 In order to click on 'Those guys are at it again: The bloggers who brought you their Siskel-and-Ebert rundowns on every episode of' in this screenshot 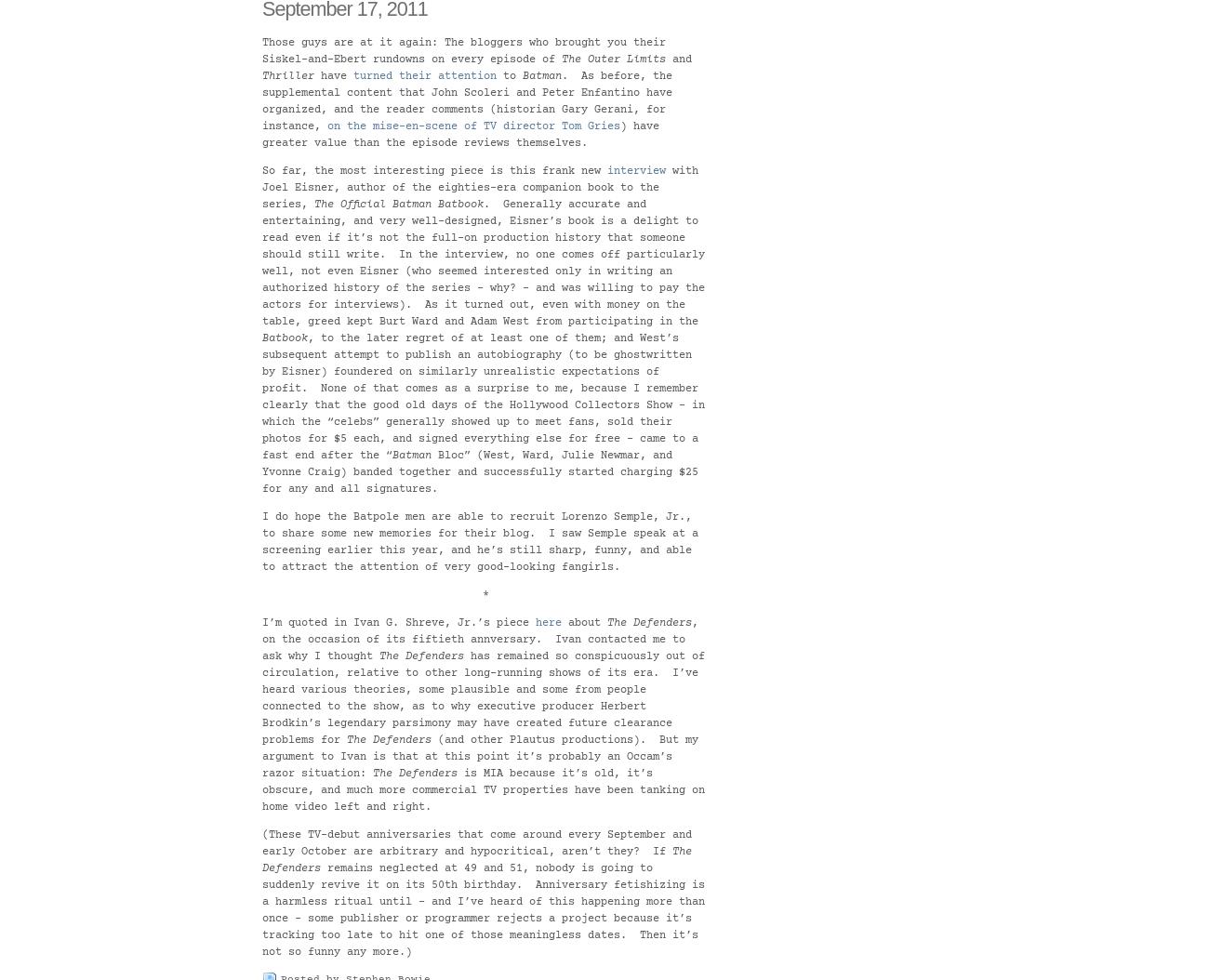, I will do `click(463, 50)`.